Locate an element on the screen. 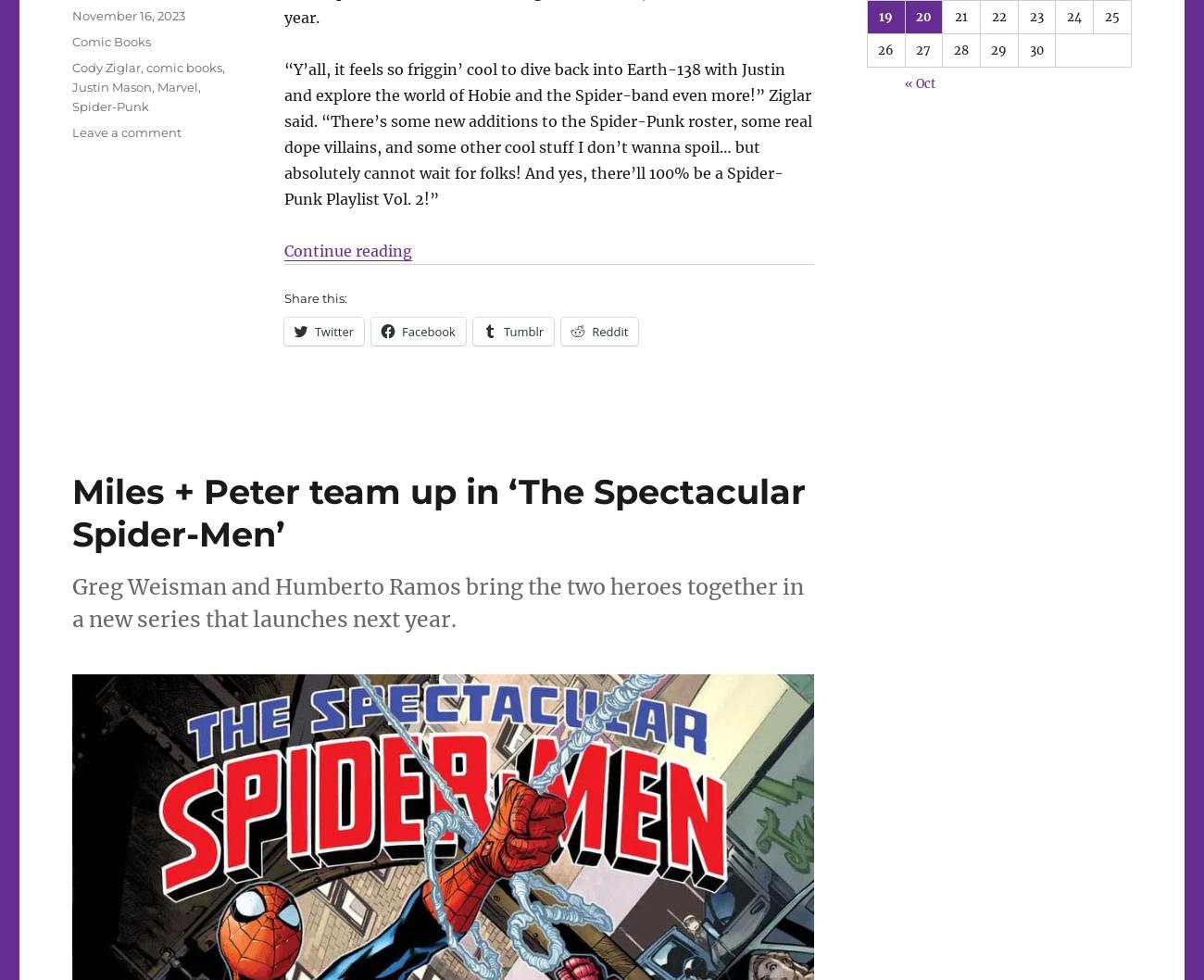 The height and width of the screenshot is (980, 1204). 'Greg Weisman and Humberto Ramos bring the two heroes together in a new series that launches next year.' is located at coordinates (436, 601).